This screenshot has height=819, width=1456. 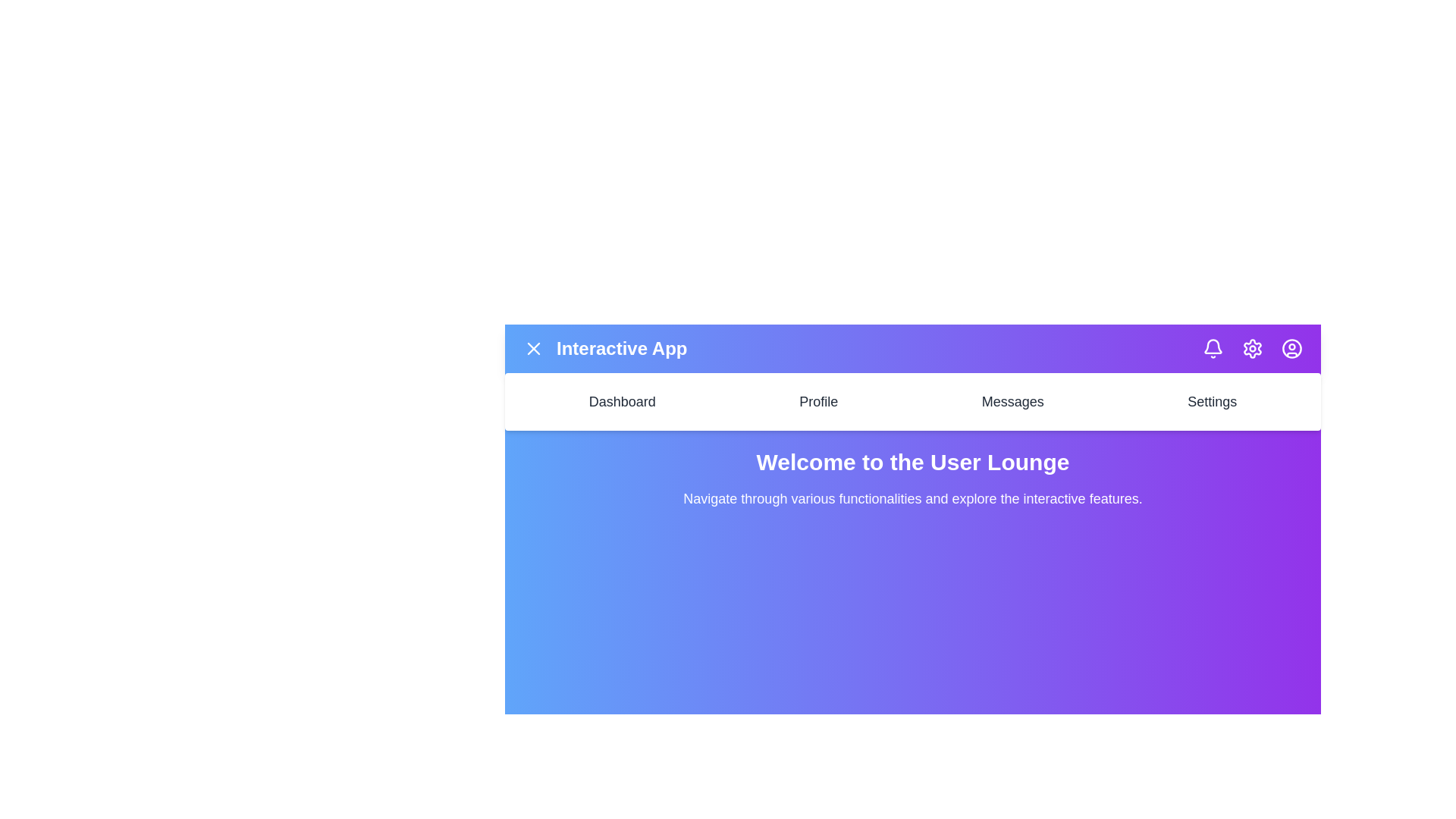 I want to click on the settings icon in the app bar, so click(x=1252, y=348).